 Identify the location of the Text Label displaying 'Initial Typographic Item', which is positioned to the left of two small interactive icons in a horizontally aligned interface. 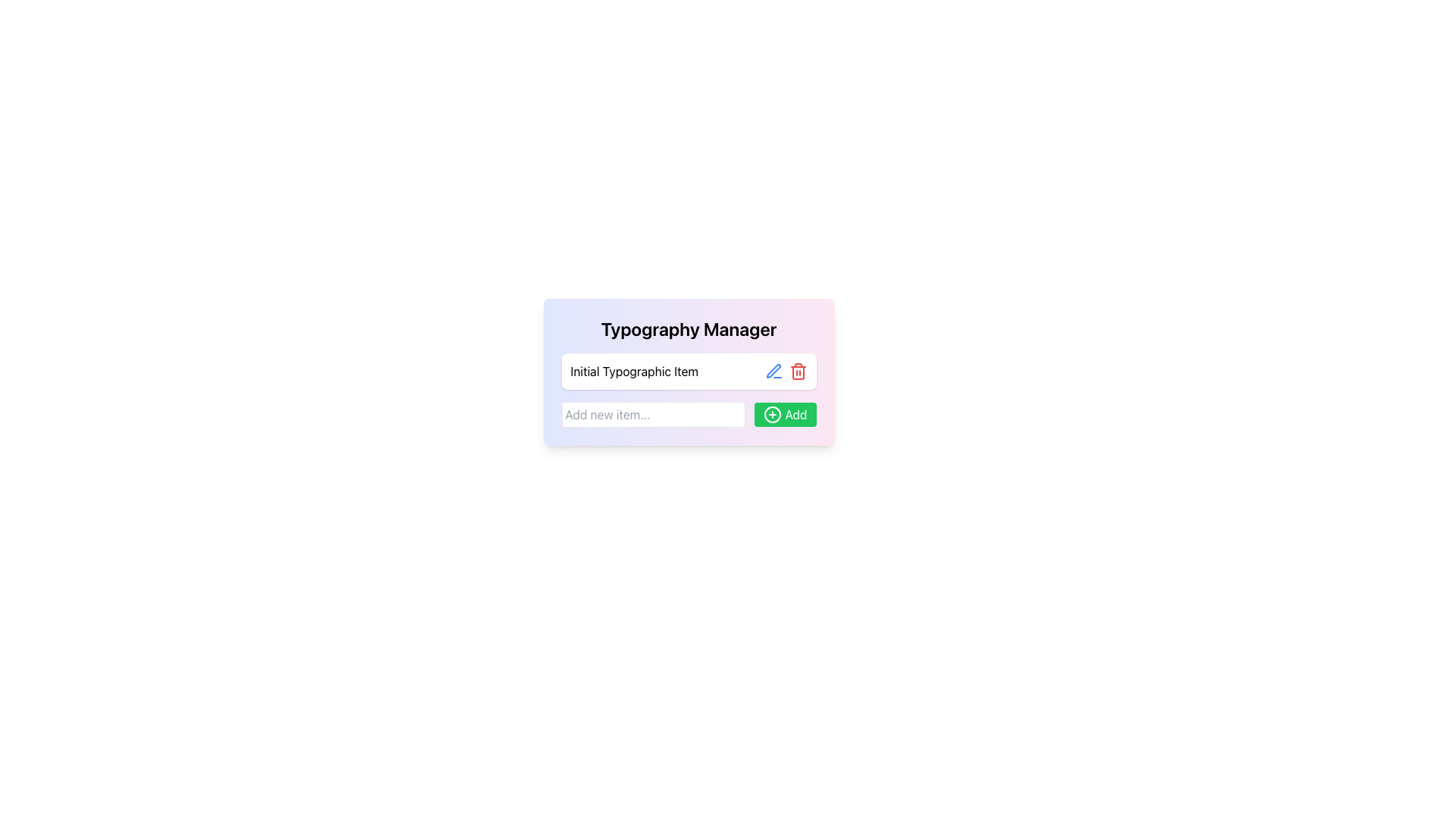
(634, 371).